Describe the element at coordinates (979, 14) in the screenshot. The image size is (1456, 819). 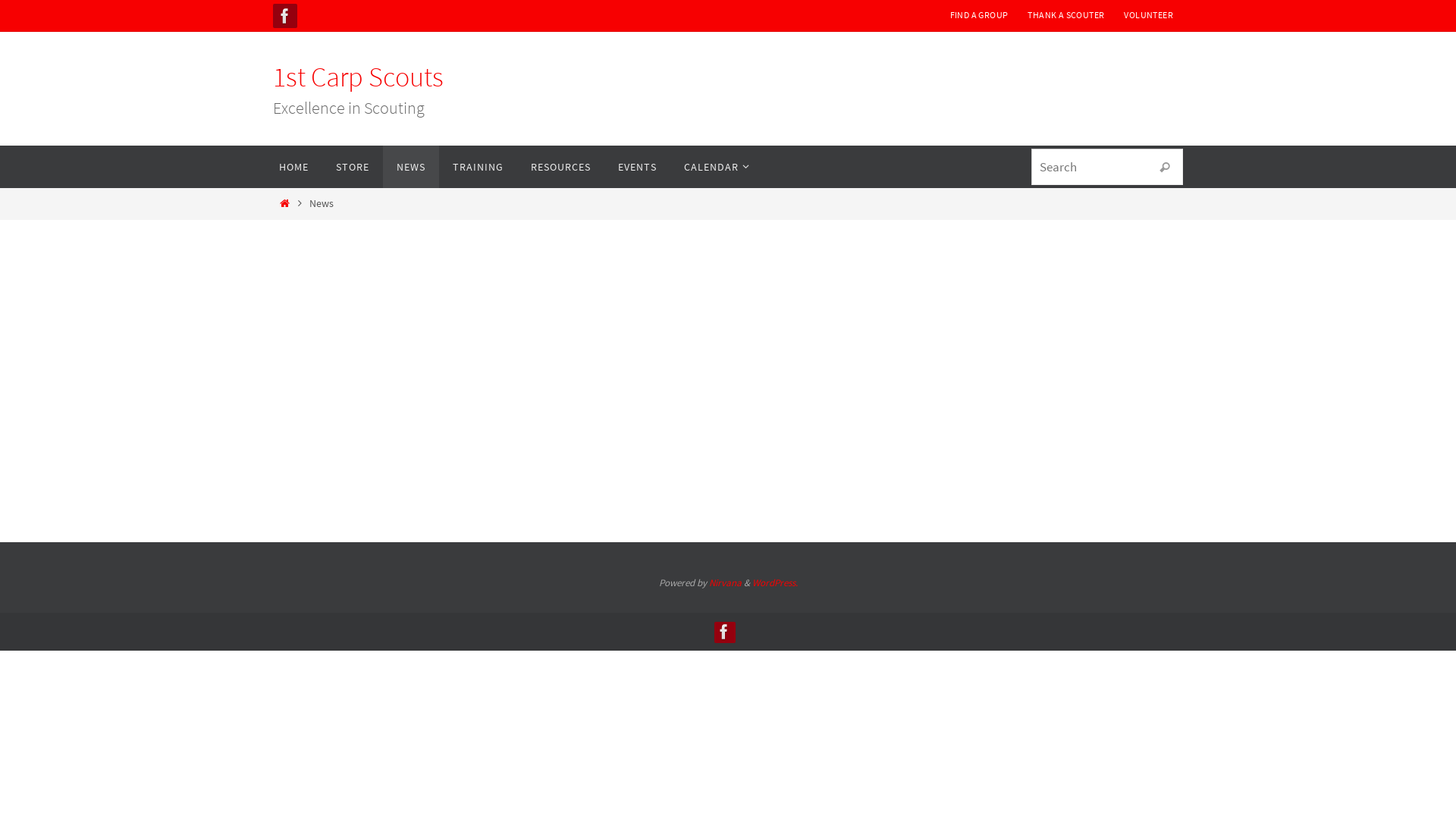
I see `'FIND A GROUP'` at that location.